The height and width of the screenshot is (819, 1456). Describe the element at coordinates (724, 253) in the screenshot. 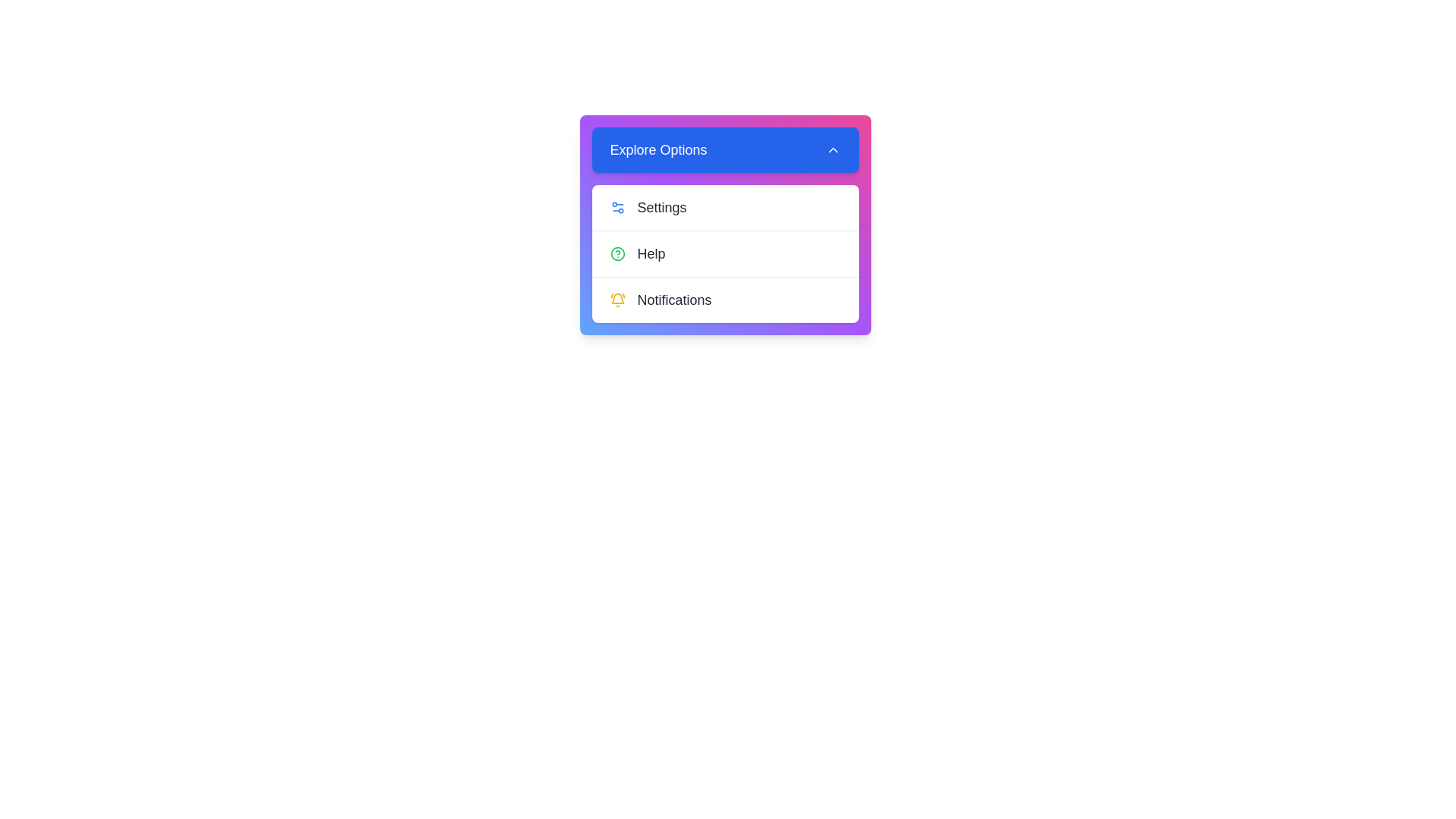

I see `the menu item Help` at that location.